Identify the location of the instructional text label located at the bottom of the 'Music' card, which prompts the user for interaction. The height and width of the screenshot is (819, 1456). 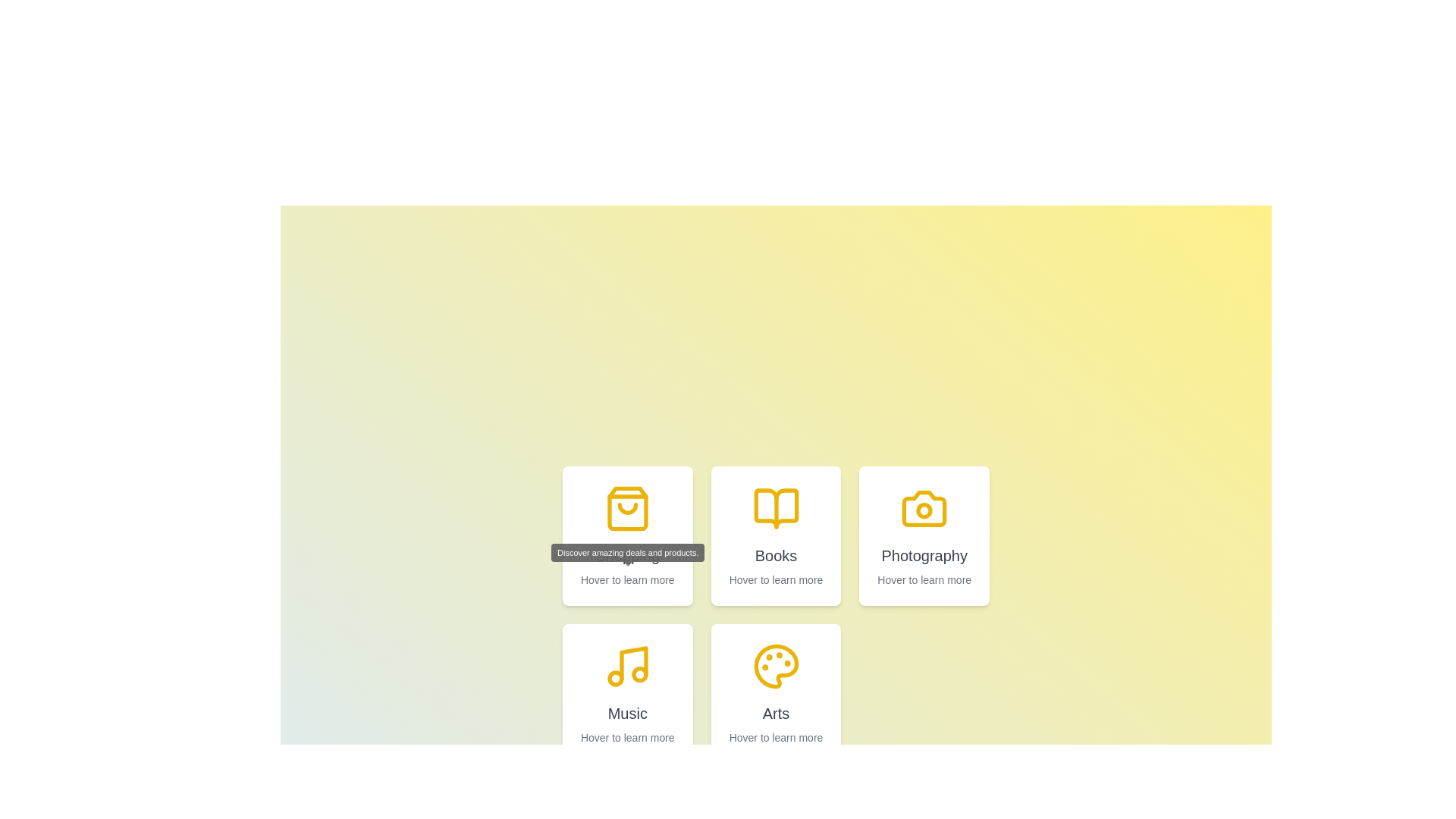
(627, 736).